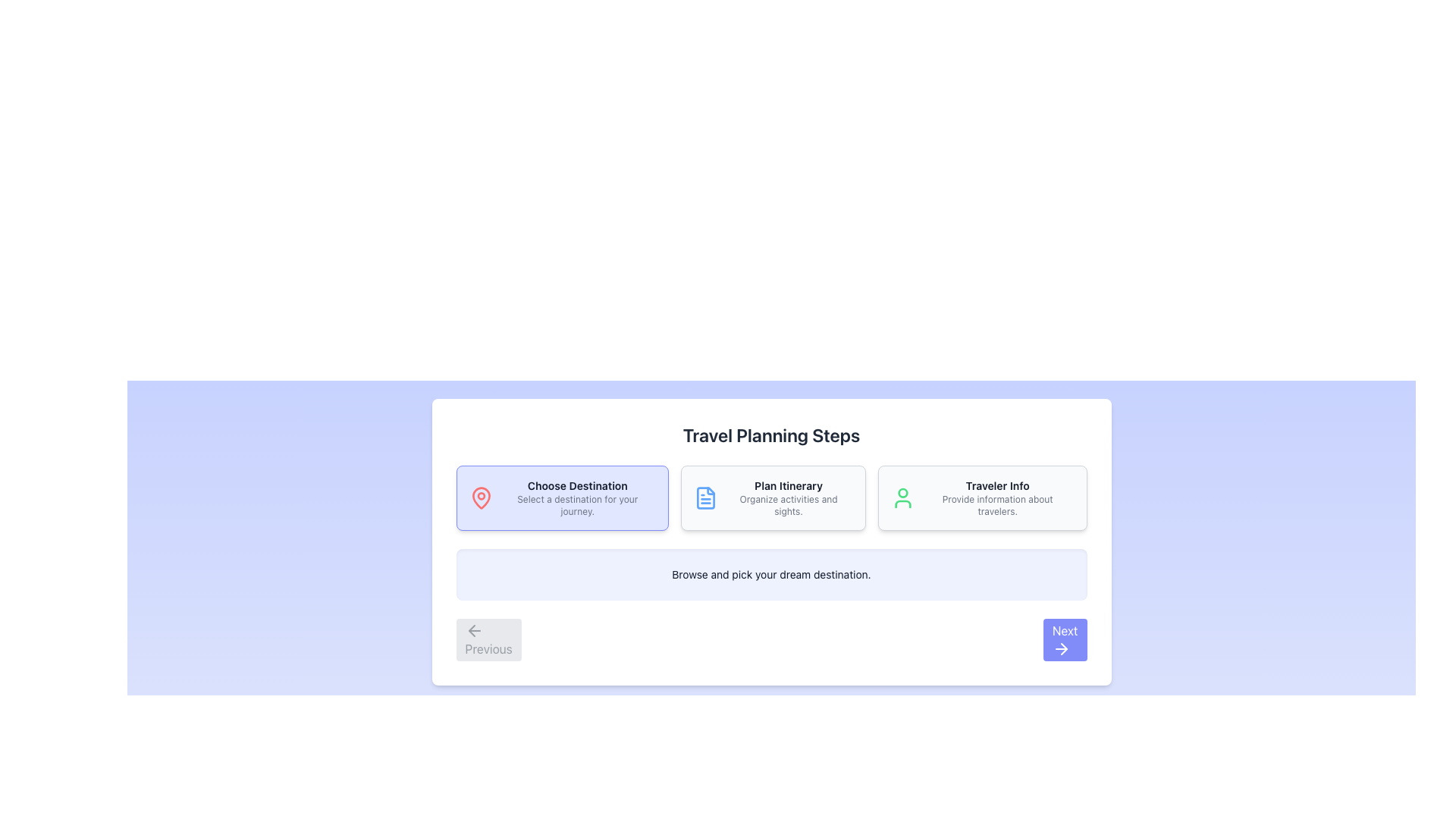 This screenshot has width=1456, height=819. What do you see at coordinates (473, 631) in the screenshot?
I see `the left-pointing arrow icon inside the 'Previous' button, which has a light gray background and a rounded rectangular shape` at bounding box center [473, 631].